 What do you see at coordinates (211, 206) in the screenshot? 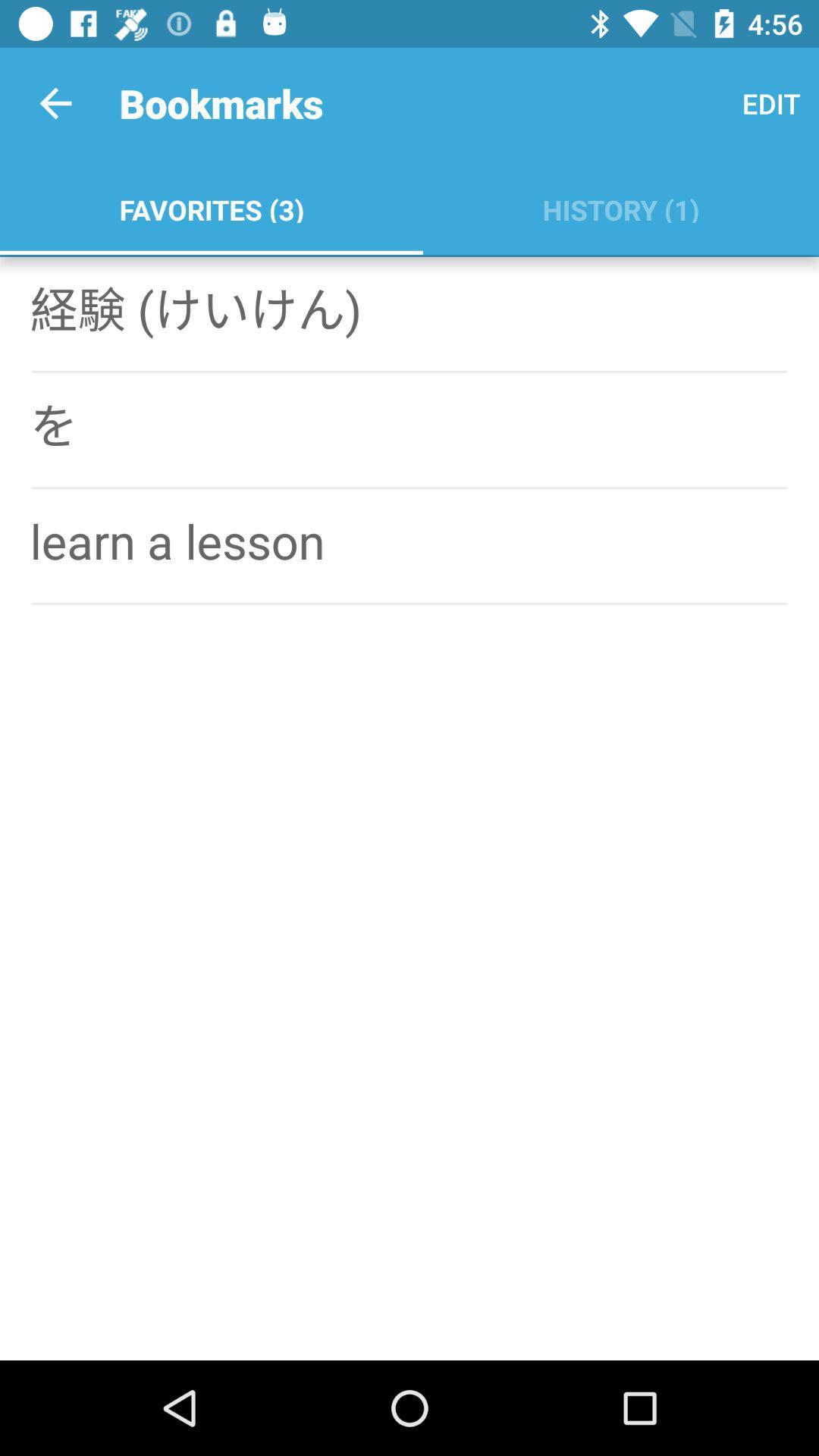
I see `favorites (3) icon` at bounding box center [211, 206].